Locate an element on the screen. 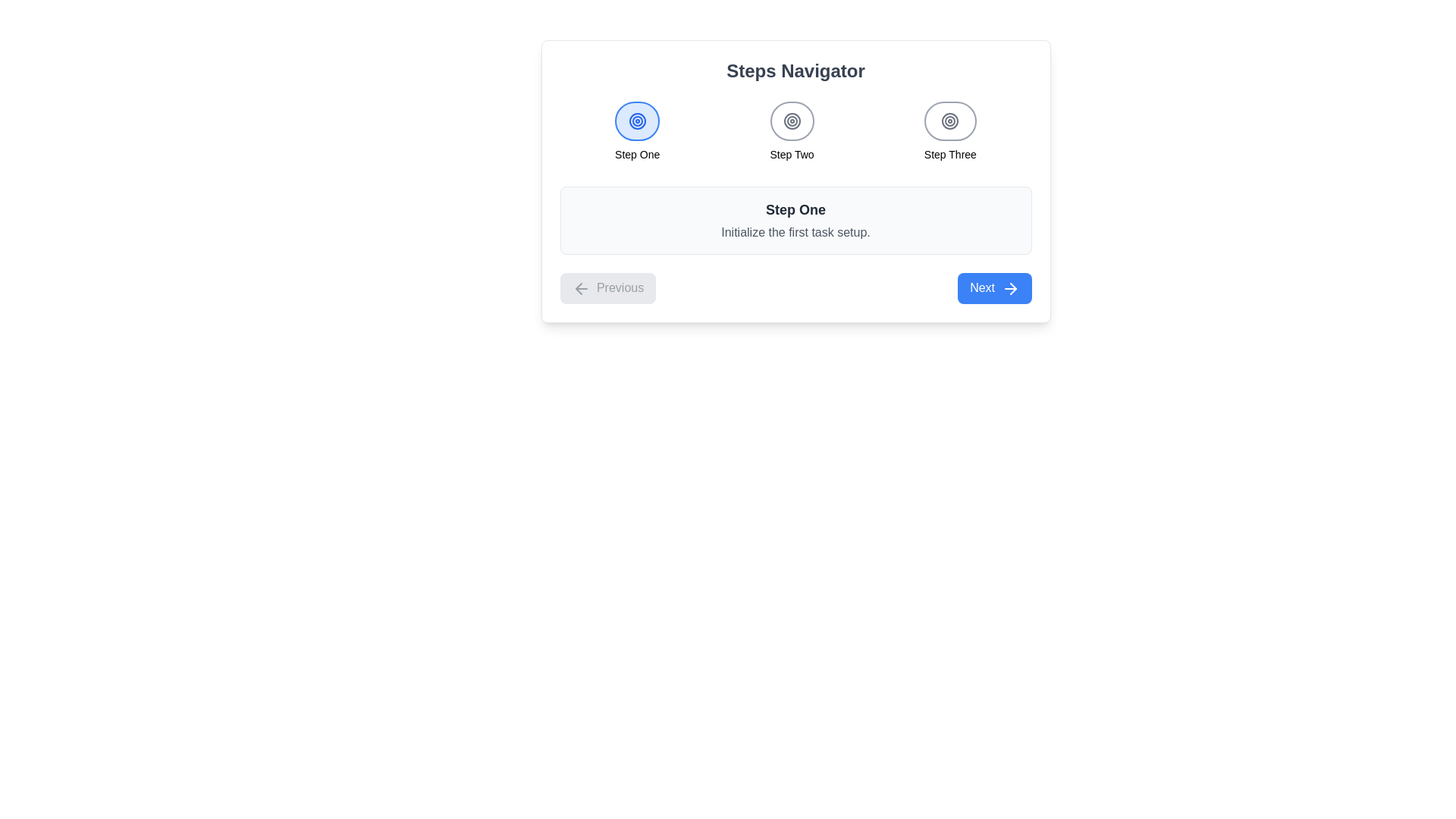  the blue 'Next' button with white text and a right arrow icon to proceed to the next step is located at coordinates (994, 288).